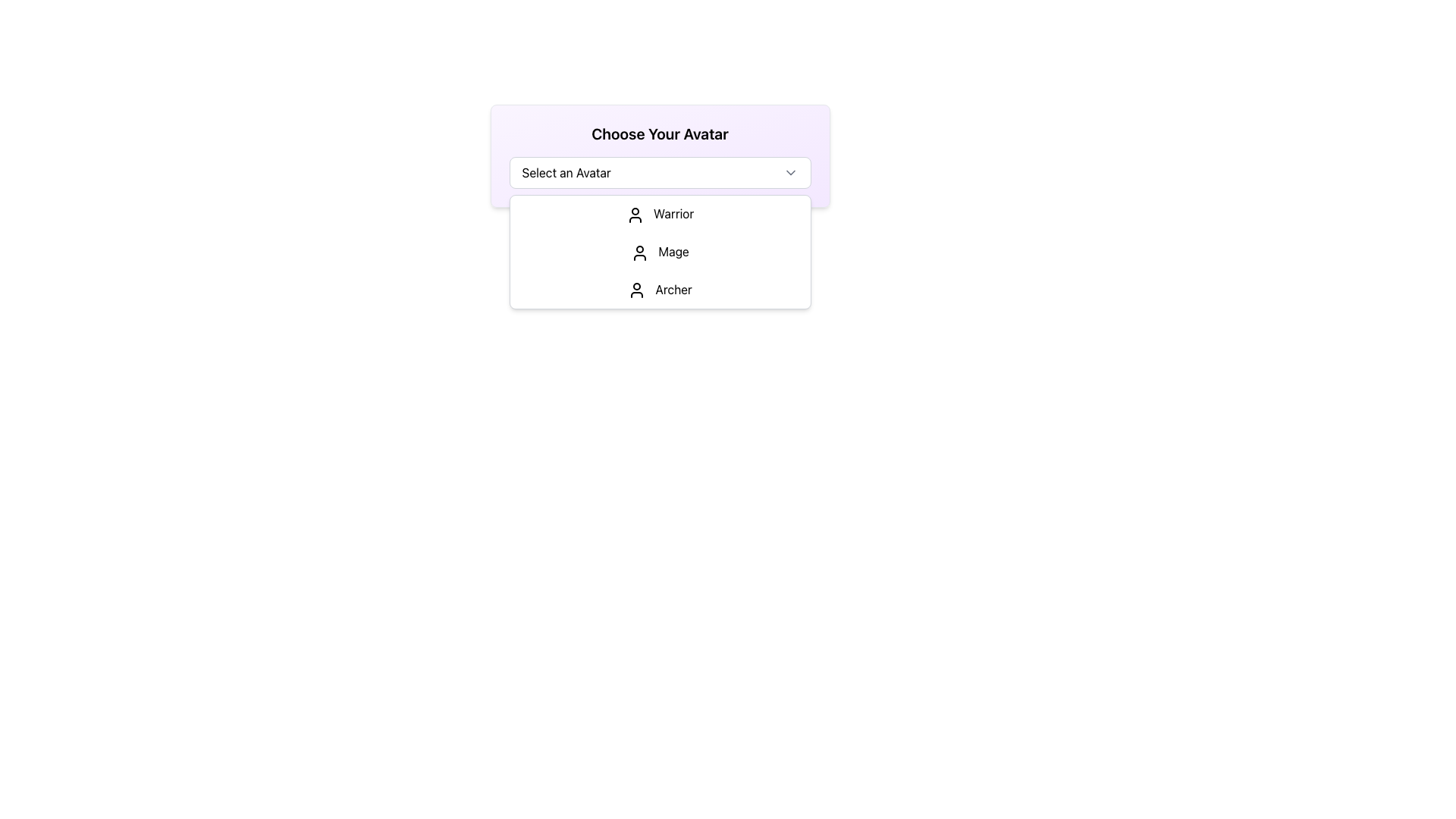 The width and height of the screenshot is (1456, 819). I want to click on the 'Warrior' dropdown menu option, which is the first entry in the list under 'Choose Your Avatar', so click(660, 214).